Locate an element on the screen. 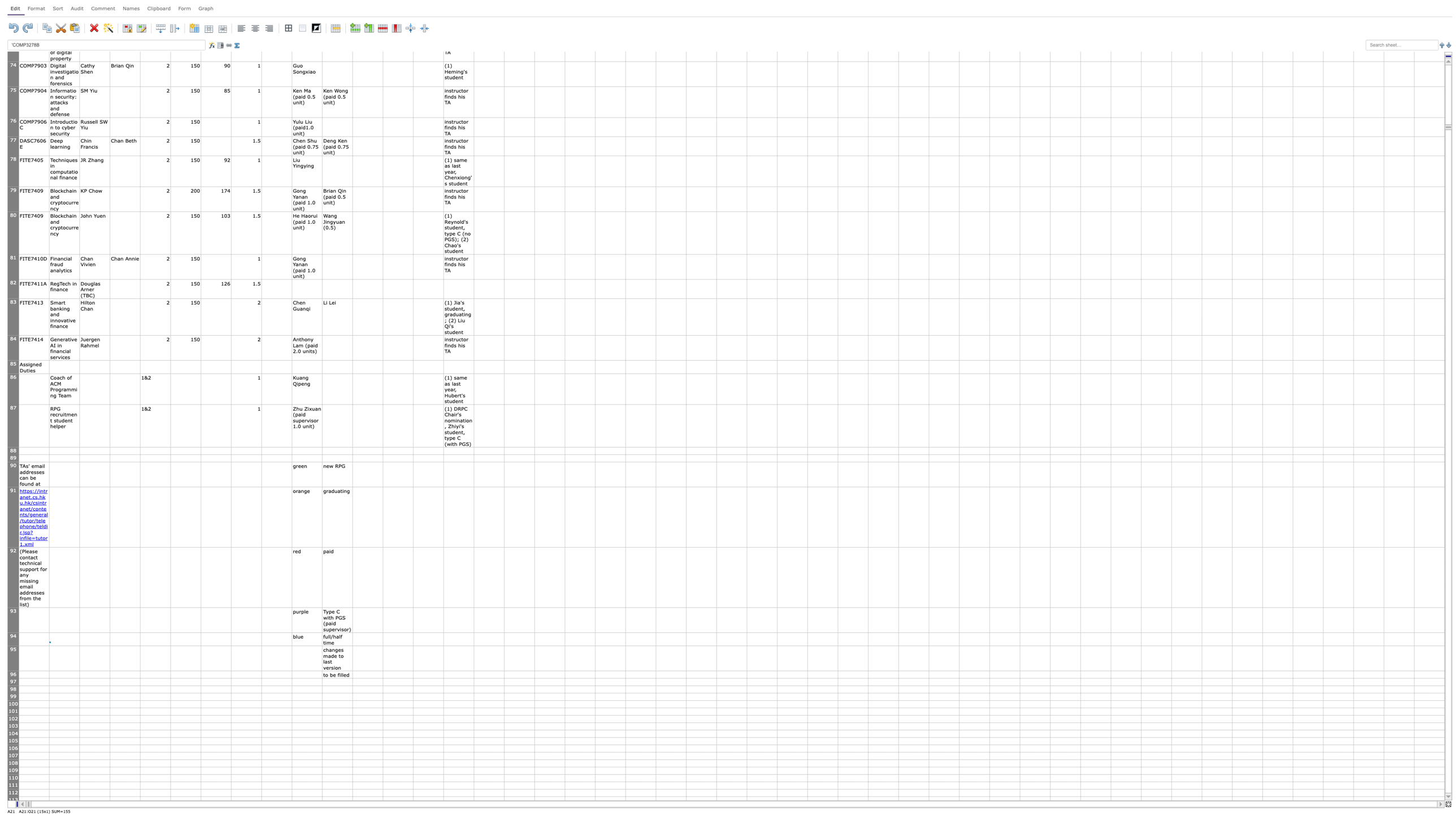 The image size is (1456, 819). row 95's resize area is located at coordinates (13, 670).